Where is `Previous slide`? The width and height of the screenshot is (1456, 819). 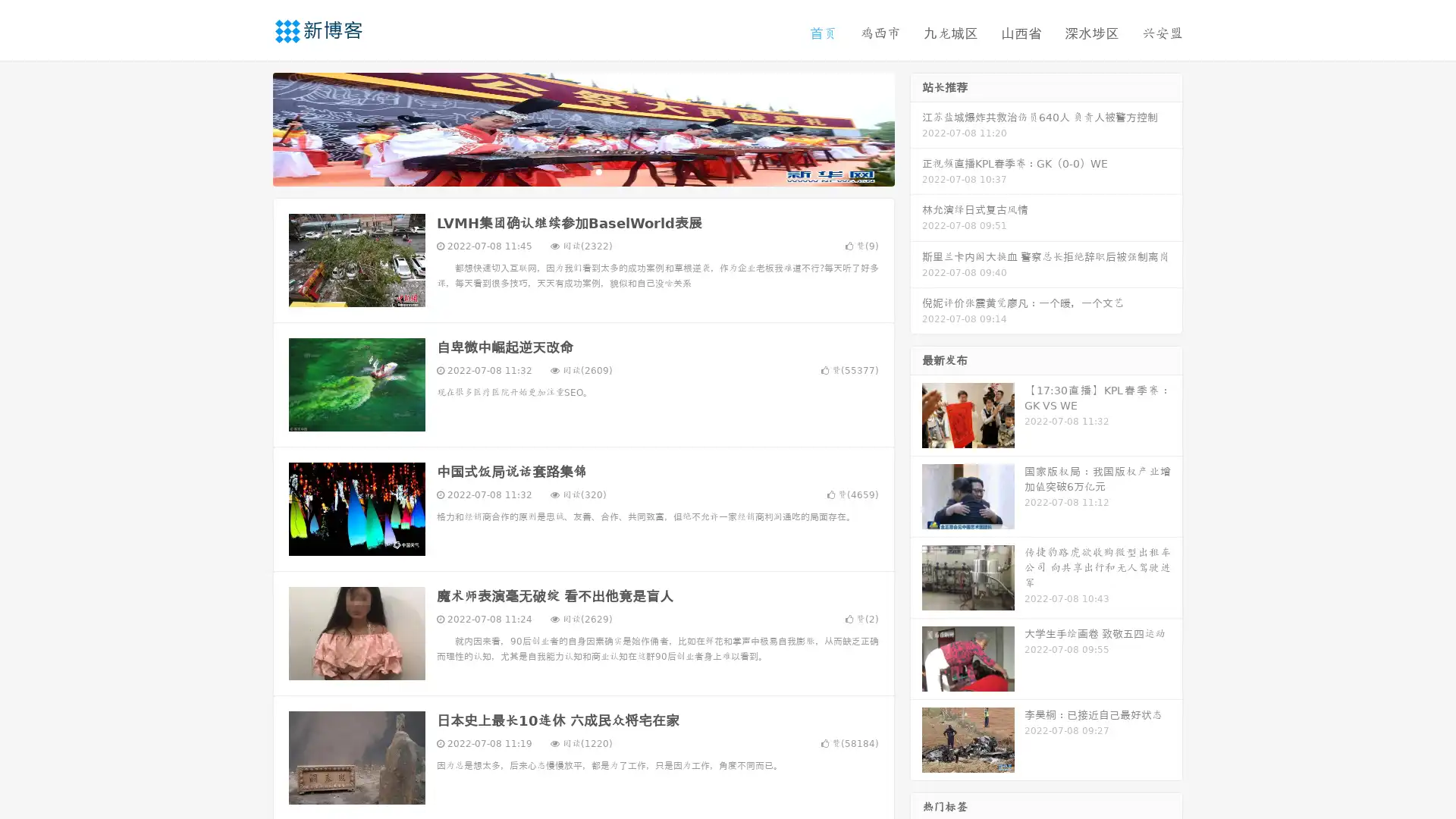 Previous slide is located at coordinates (250, 127).